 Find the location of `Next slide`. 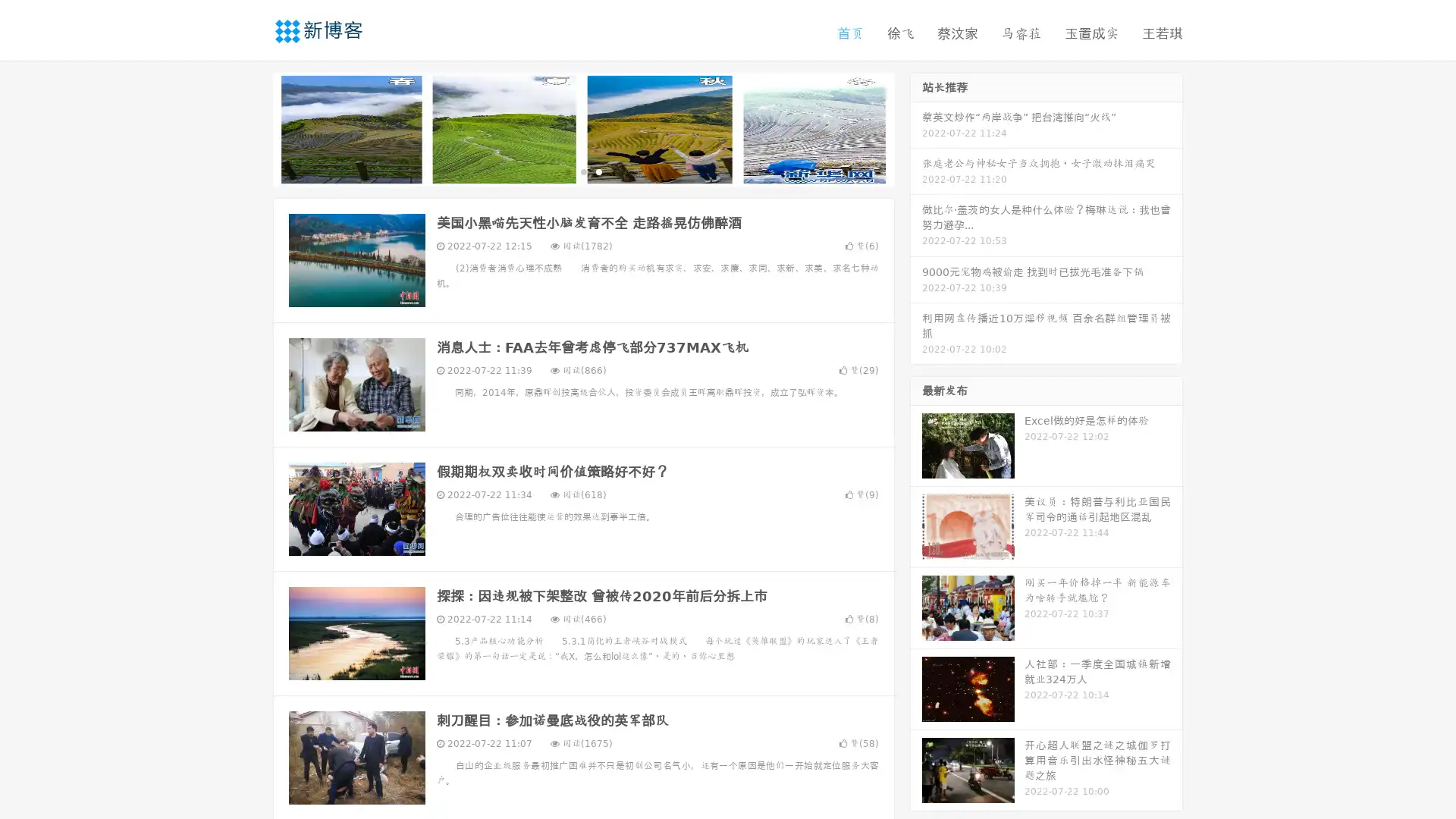

Next slide is located at coordinates (916, 127).